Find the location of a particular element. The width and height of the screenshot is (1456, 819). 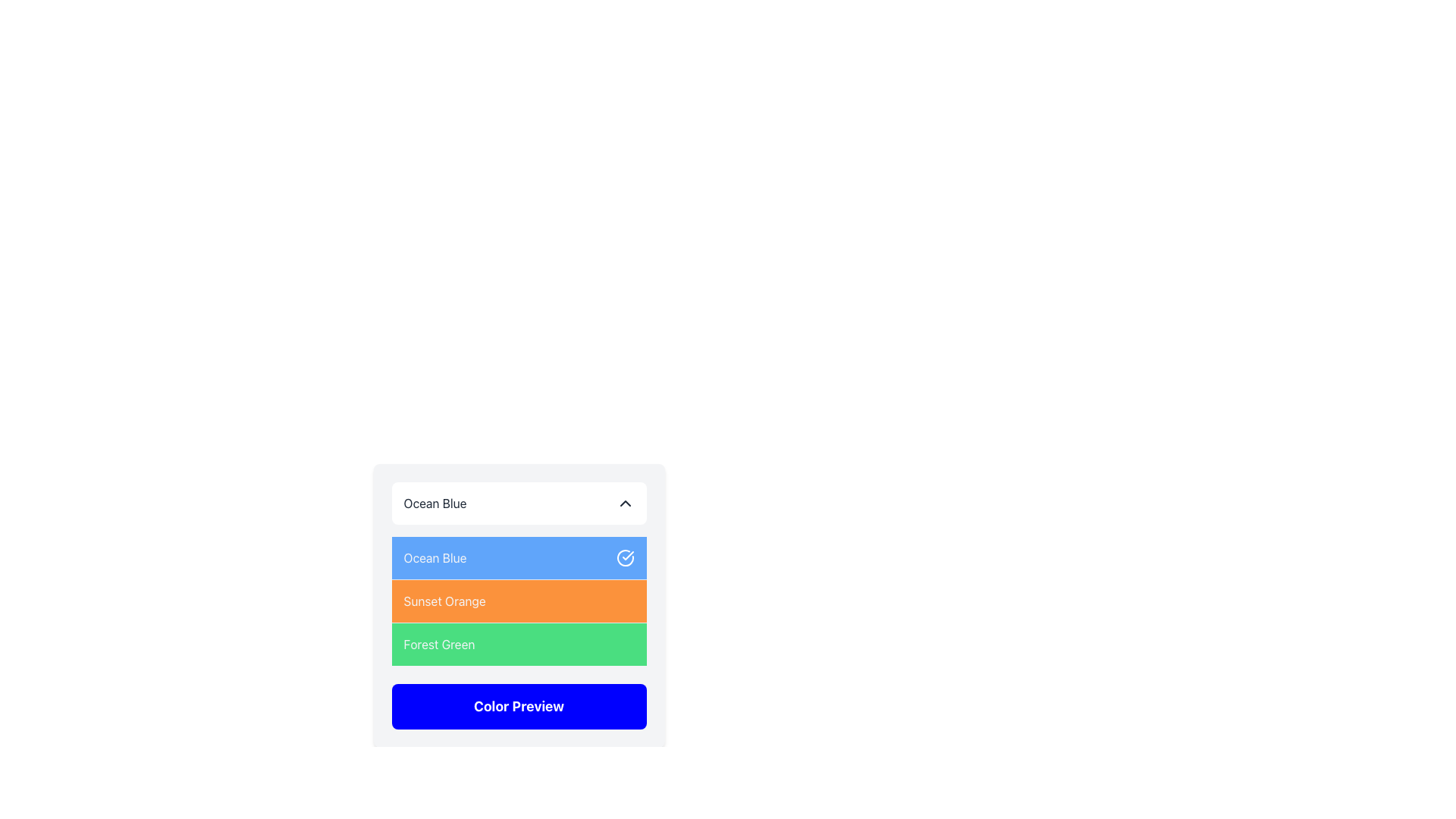

the second item in the list of selectable color theme options is located at coordinates (519, 600).